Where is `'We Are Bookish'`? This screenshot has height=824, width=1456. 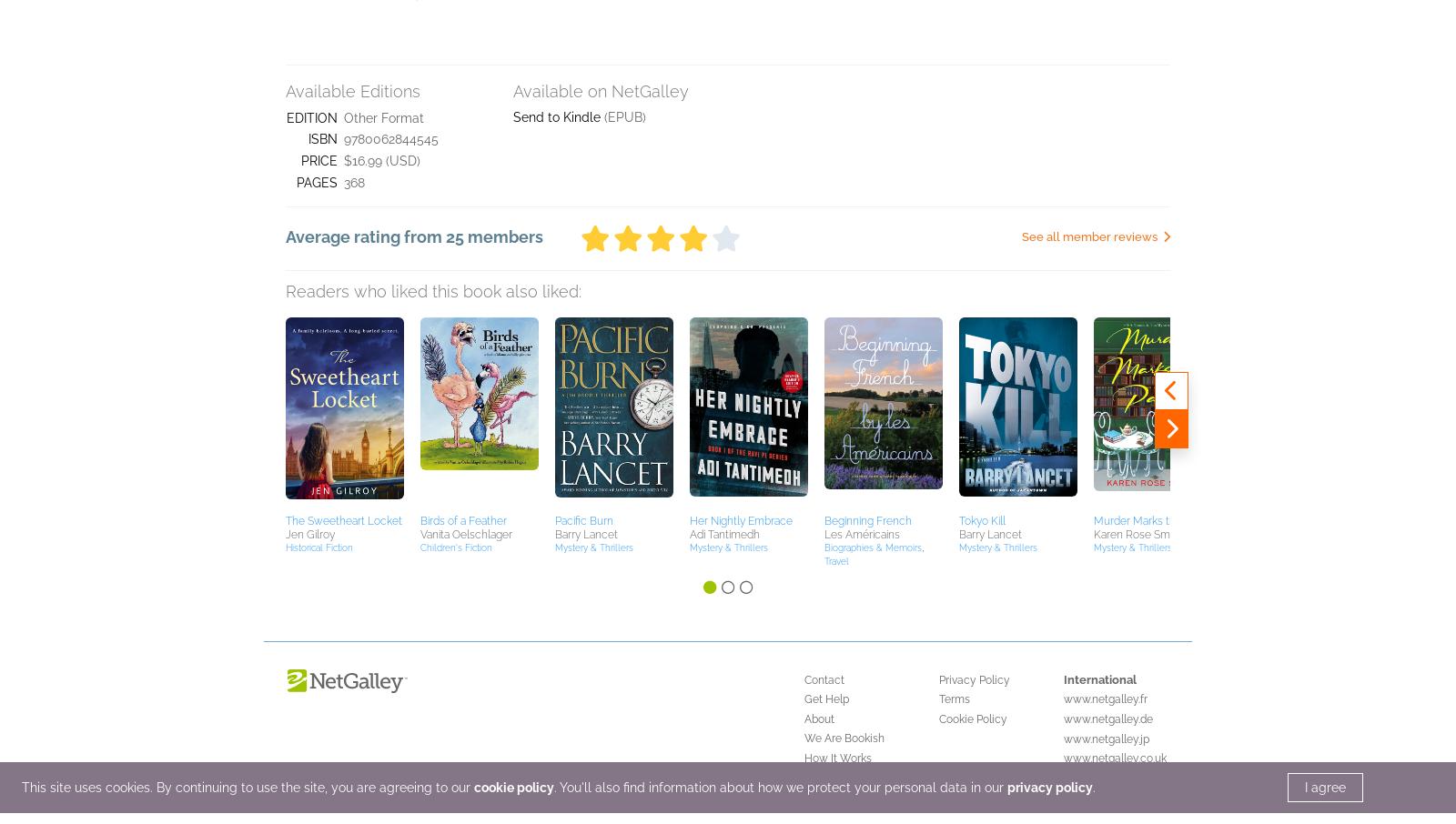
'We Are Bookish' is located at coordinates (803, 9).